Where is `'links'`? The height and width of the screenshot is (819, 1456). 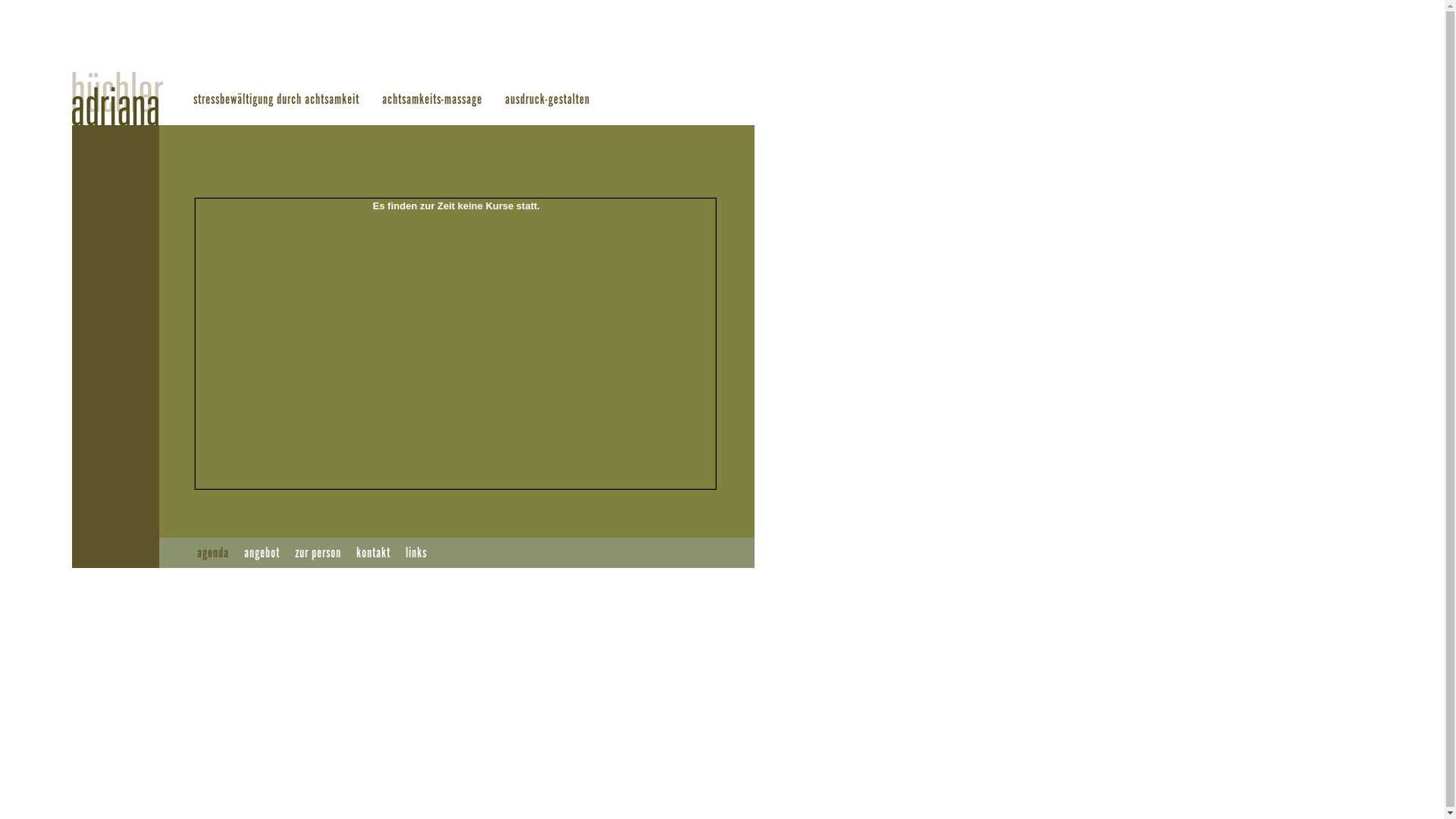
'links' is located at coordinates (416, 553).